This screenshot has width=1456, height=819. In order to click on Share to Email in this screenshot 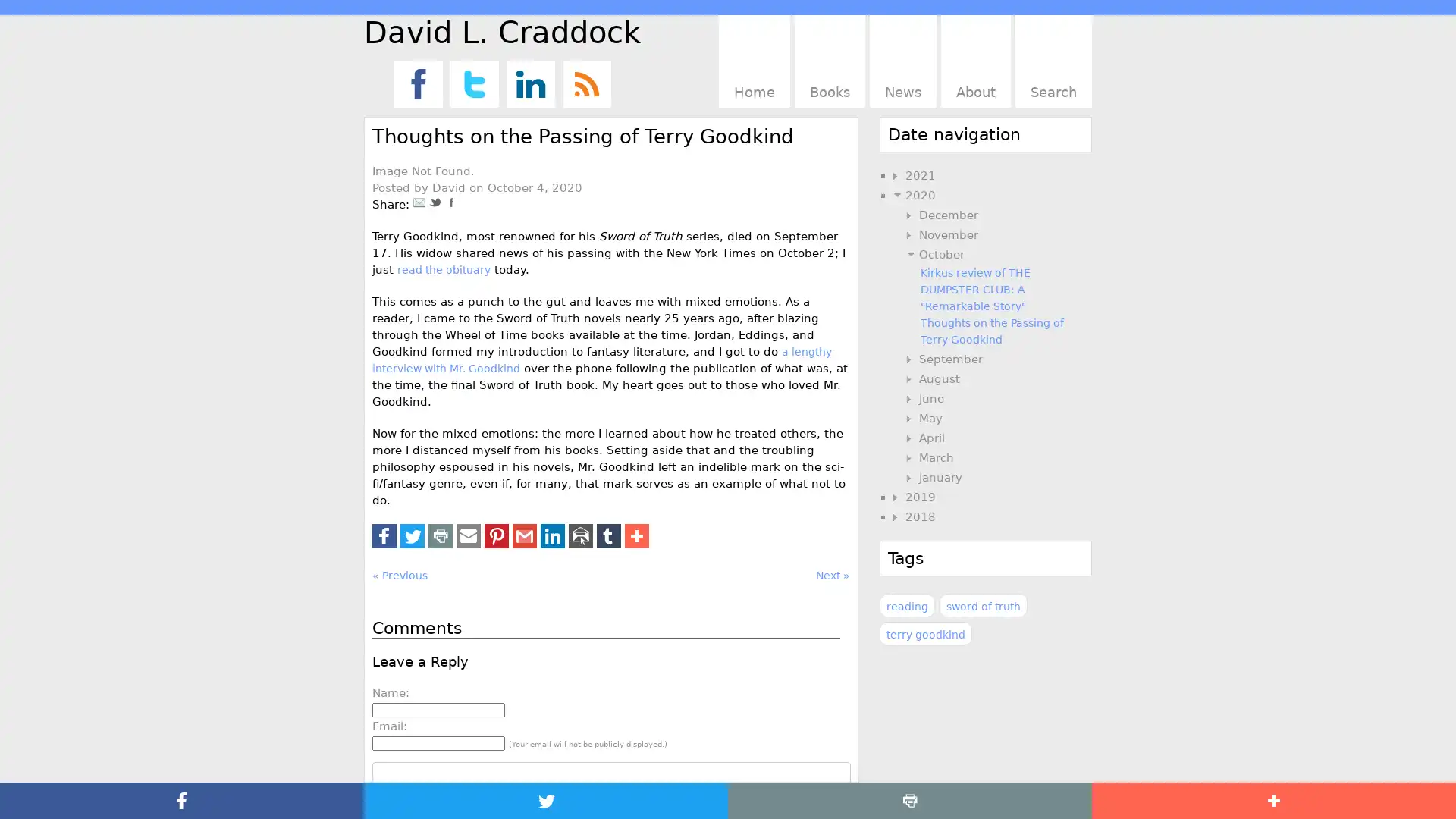, I will do `click(468, 535)`.